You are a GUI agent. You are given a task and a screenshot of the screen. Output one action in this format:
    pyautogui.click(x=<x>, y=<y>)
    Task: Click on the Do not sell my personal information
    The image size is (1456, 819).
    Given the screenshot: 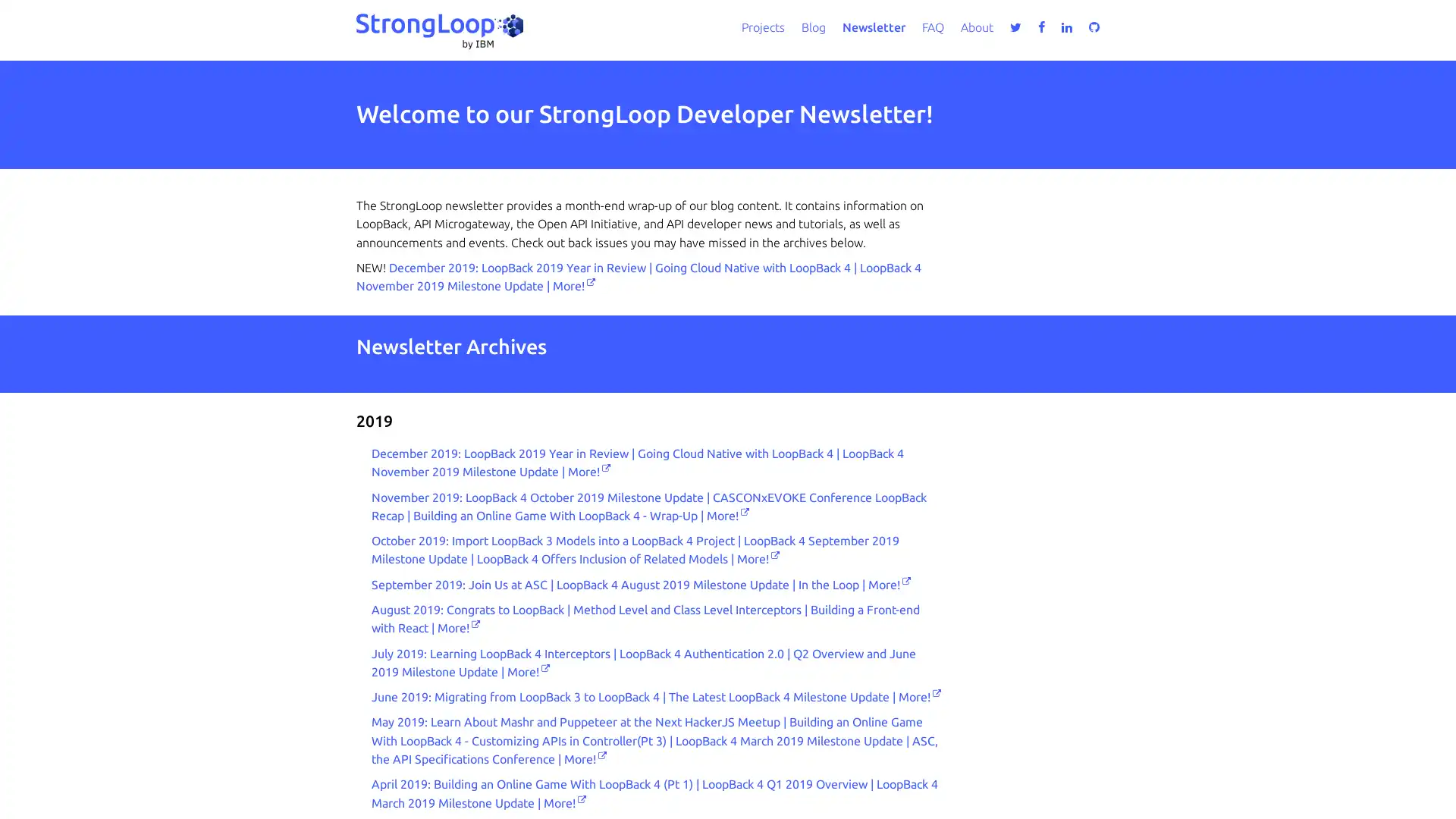 What is the action you would take?
    pyautogui.click(x=1333, y=769)
    